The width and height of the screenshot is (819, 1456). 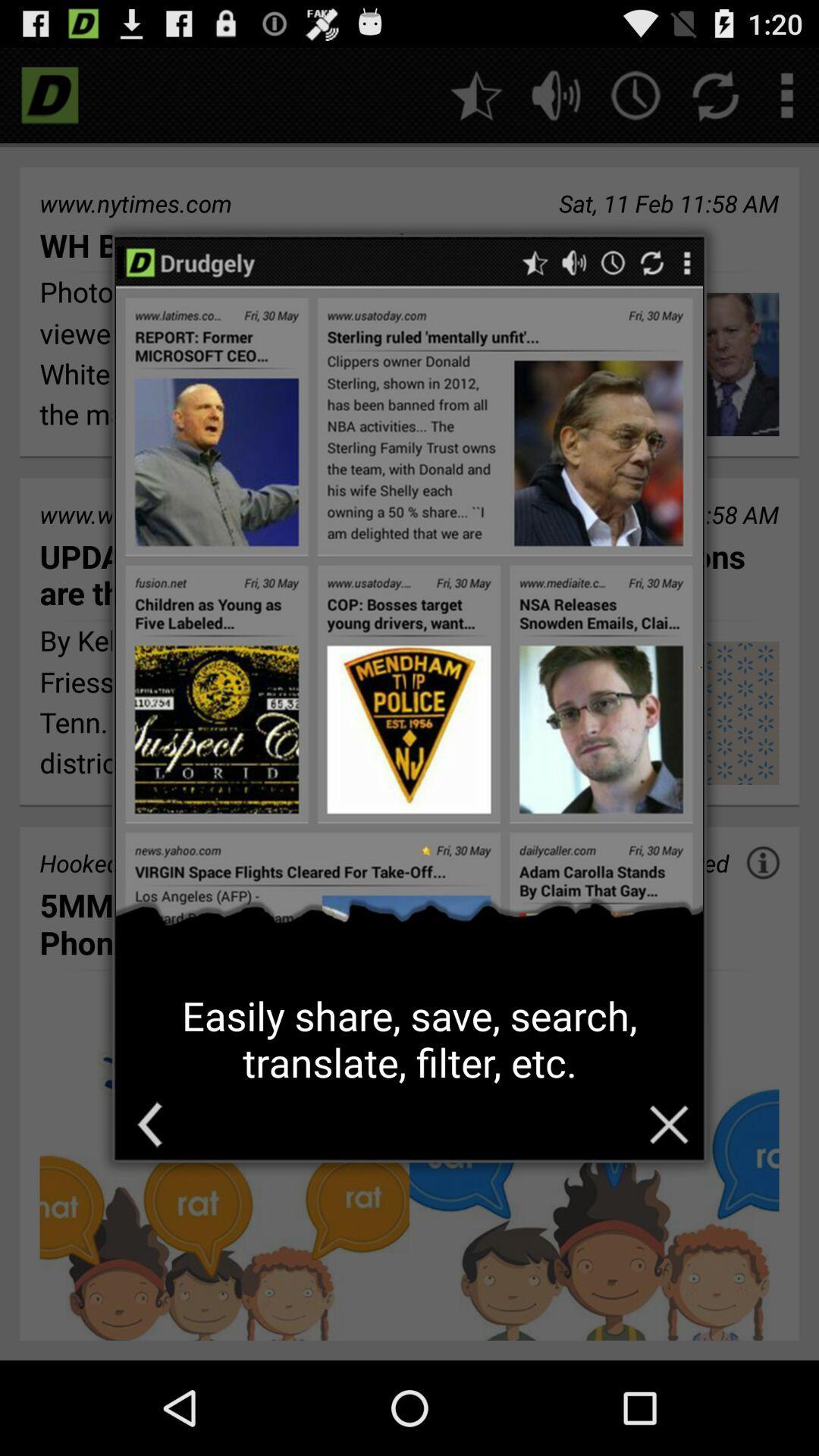 What do you see at coordinates (149, 1125) in the screenshot?
I see `icon at the bottom left corner` at bounding box center [149, 1125].